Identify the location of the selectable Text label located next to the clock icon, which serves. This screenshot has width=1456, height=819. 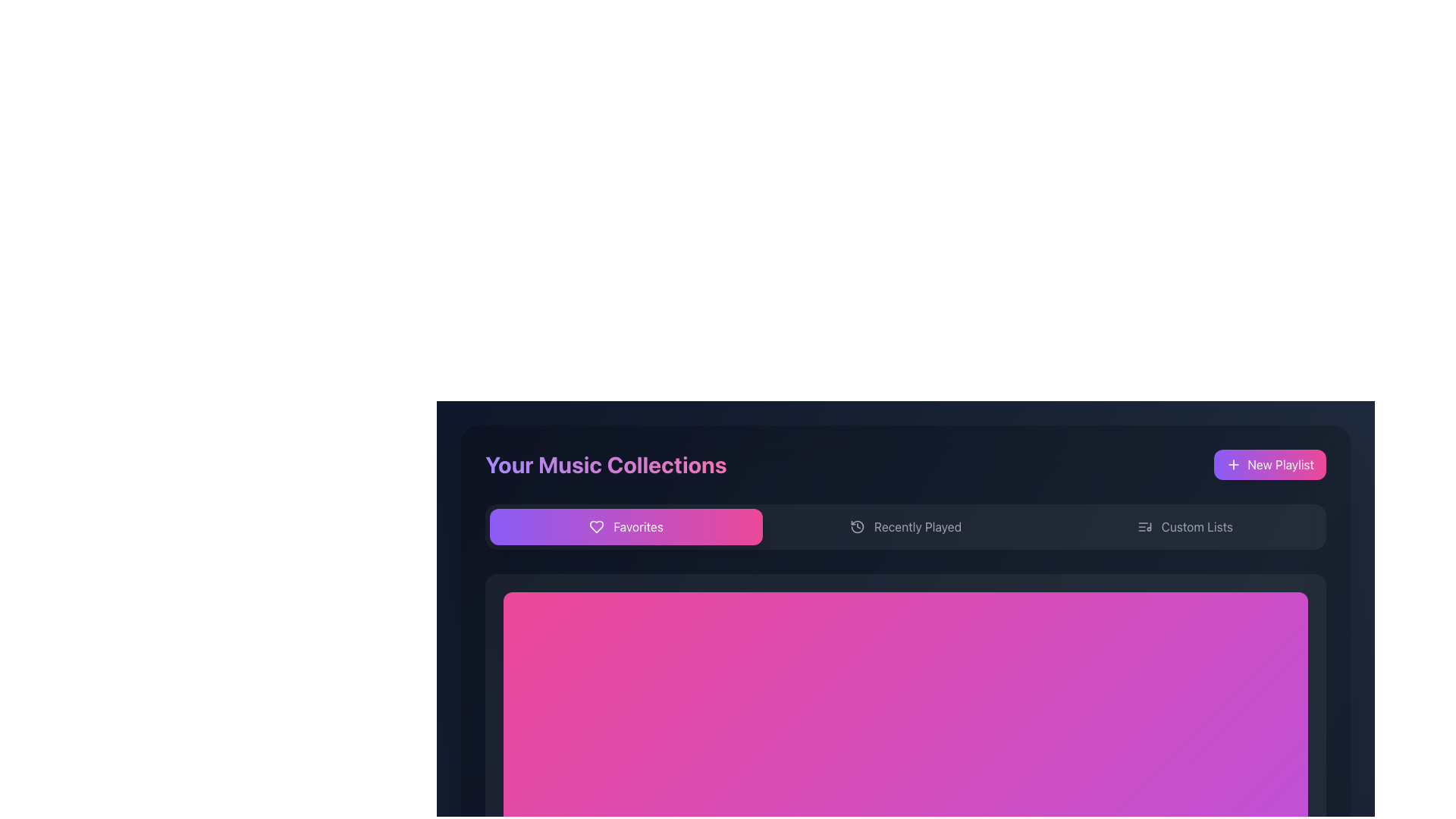
(917, 526).